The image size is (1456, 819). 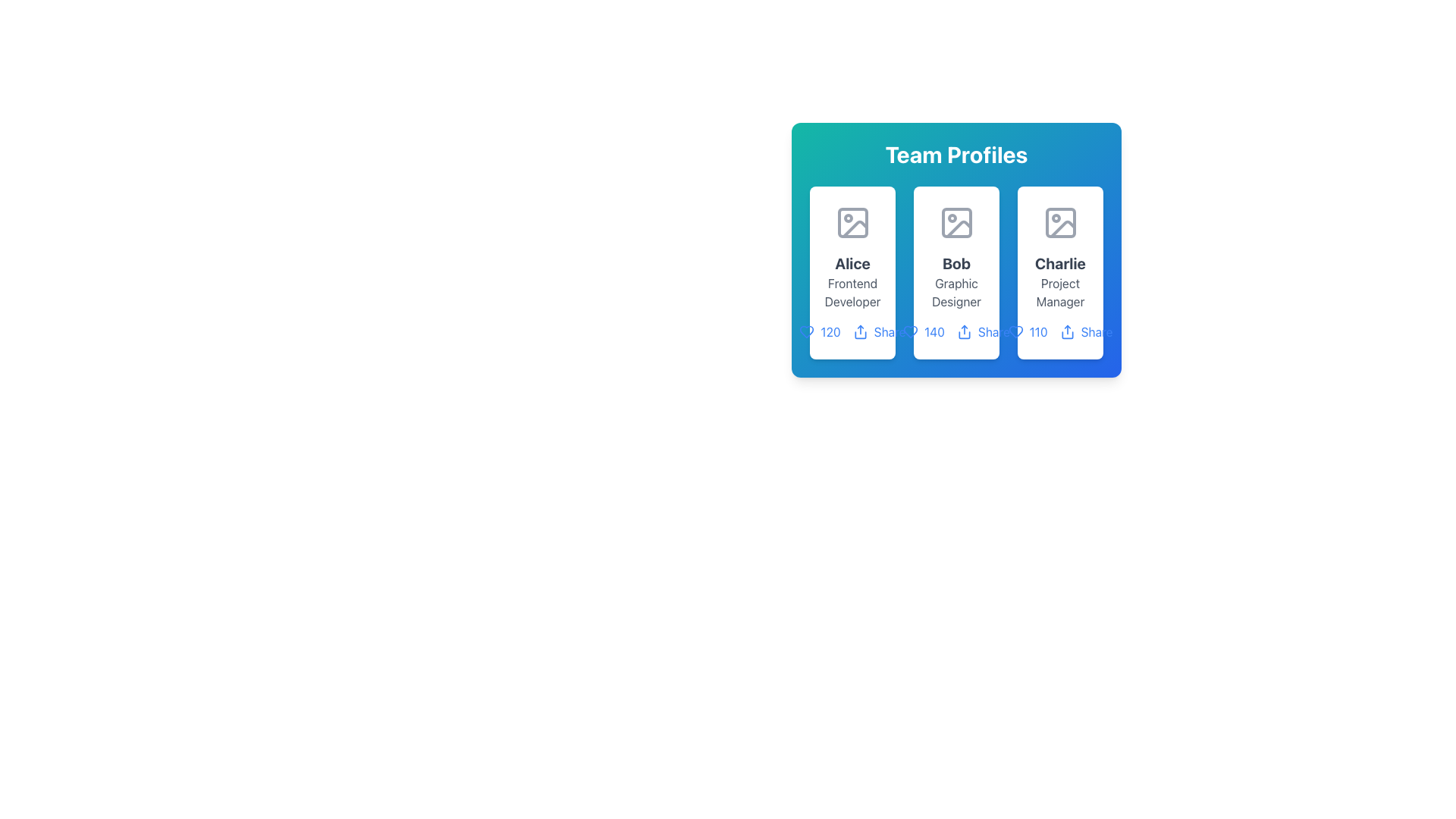 I want to click on the Decorative SVG rectangle located in the top-left part of the user profile card labeled 'Alice', so click(x=852, y=222).